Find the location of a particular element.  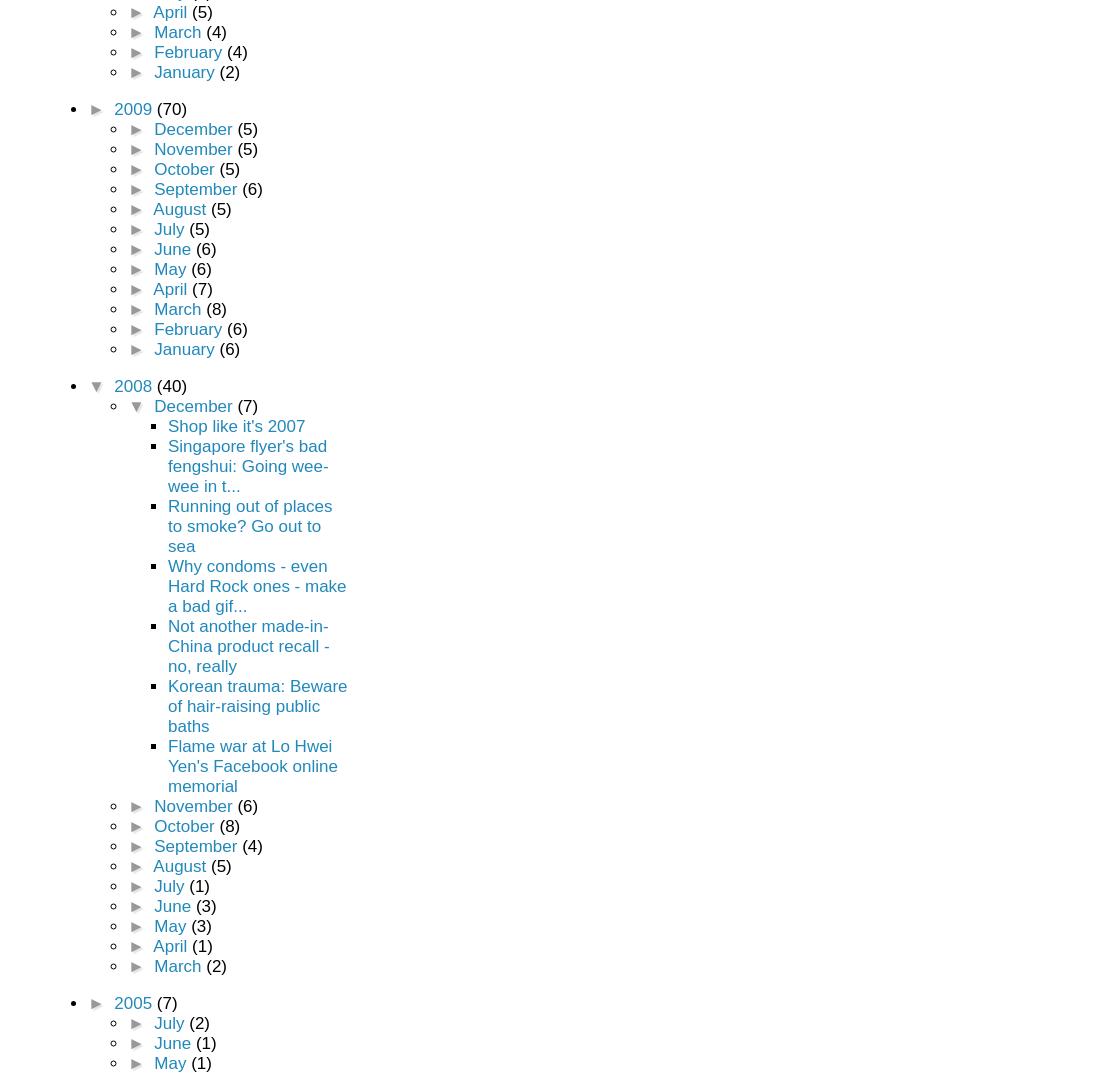

'Singapore flyer's bad fengshui: Going wee-wee in t...' is located at coordinates (246, 465).